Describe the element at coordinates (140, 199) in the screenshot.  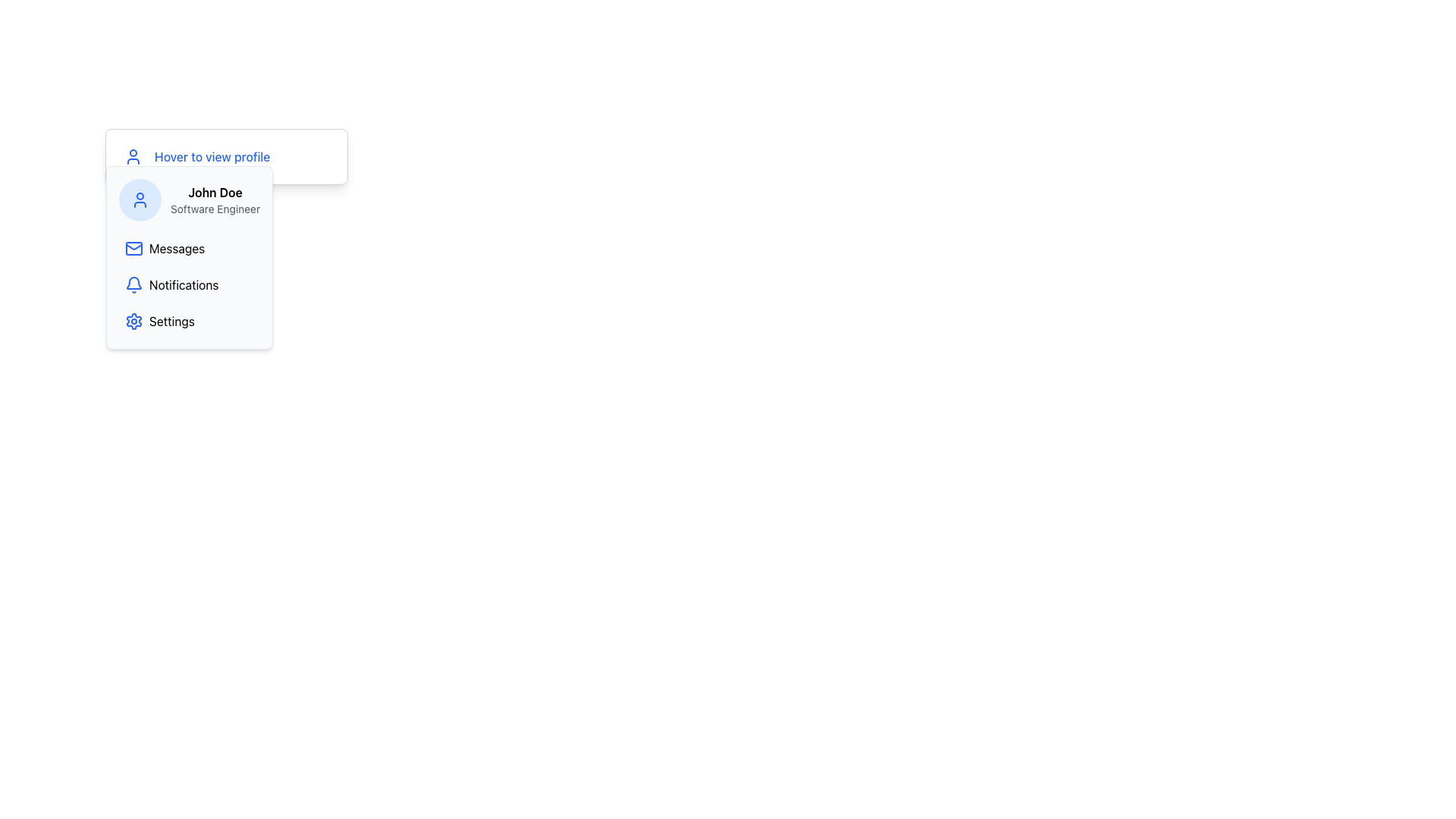
I see `the circular avatar icon with a pale blue background and a darker blue user outline, located to the left of the text 'John Doe Software Engineer'` at that location.